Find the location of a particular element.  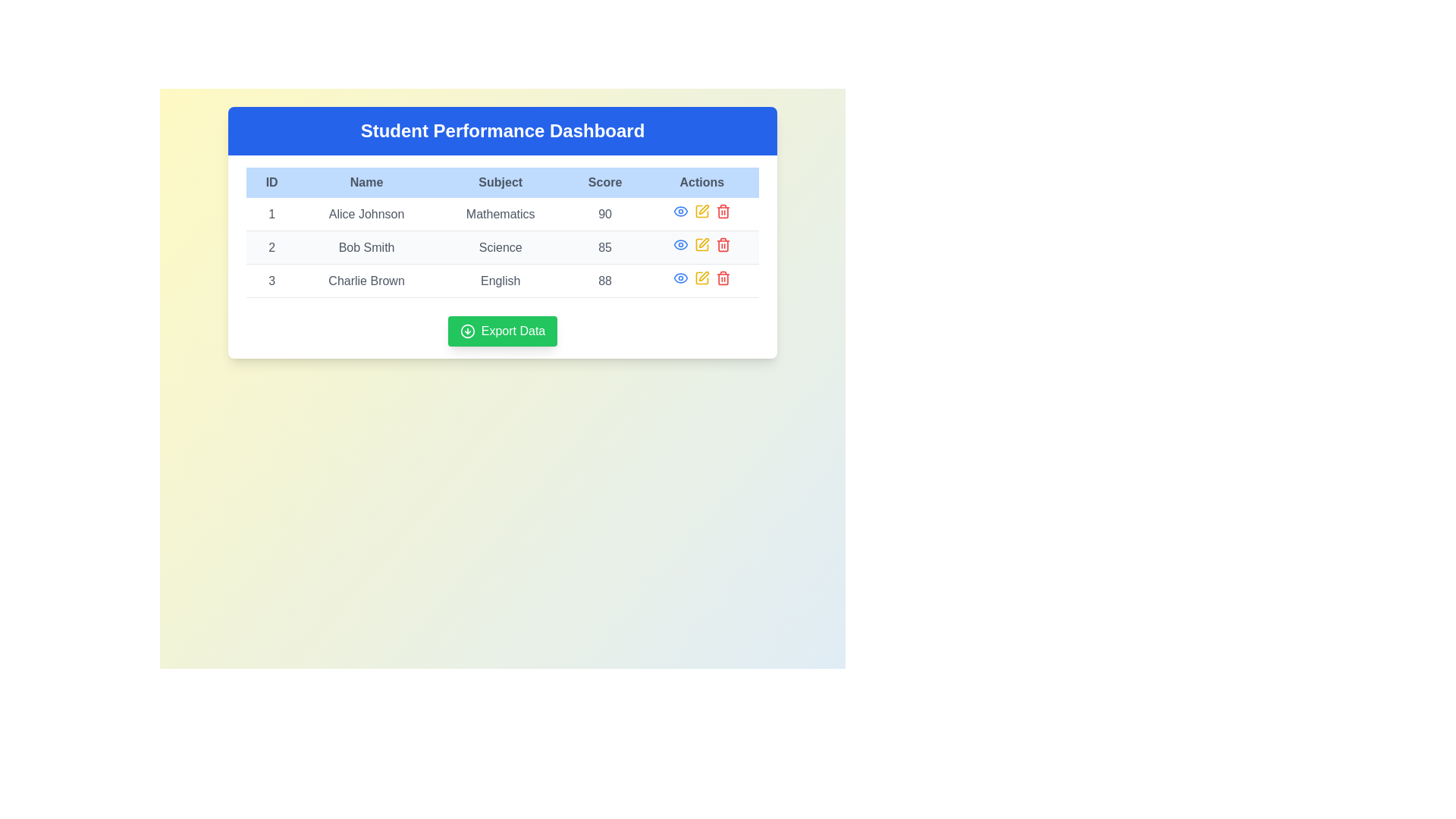

the text value of the Text cell in the first column under the 'ID' header, which contains the identifier 'Alice Johnson, Mathematics, 90' is located at coordinates (271, 214).